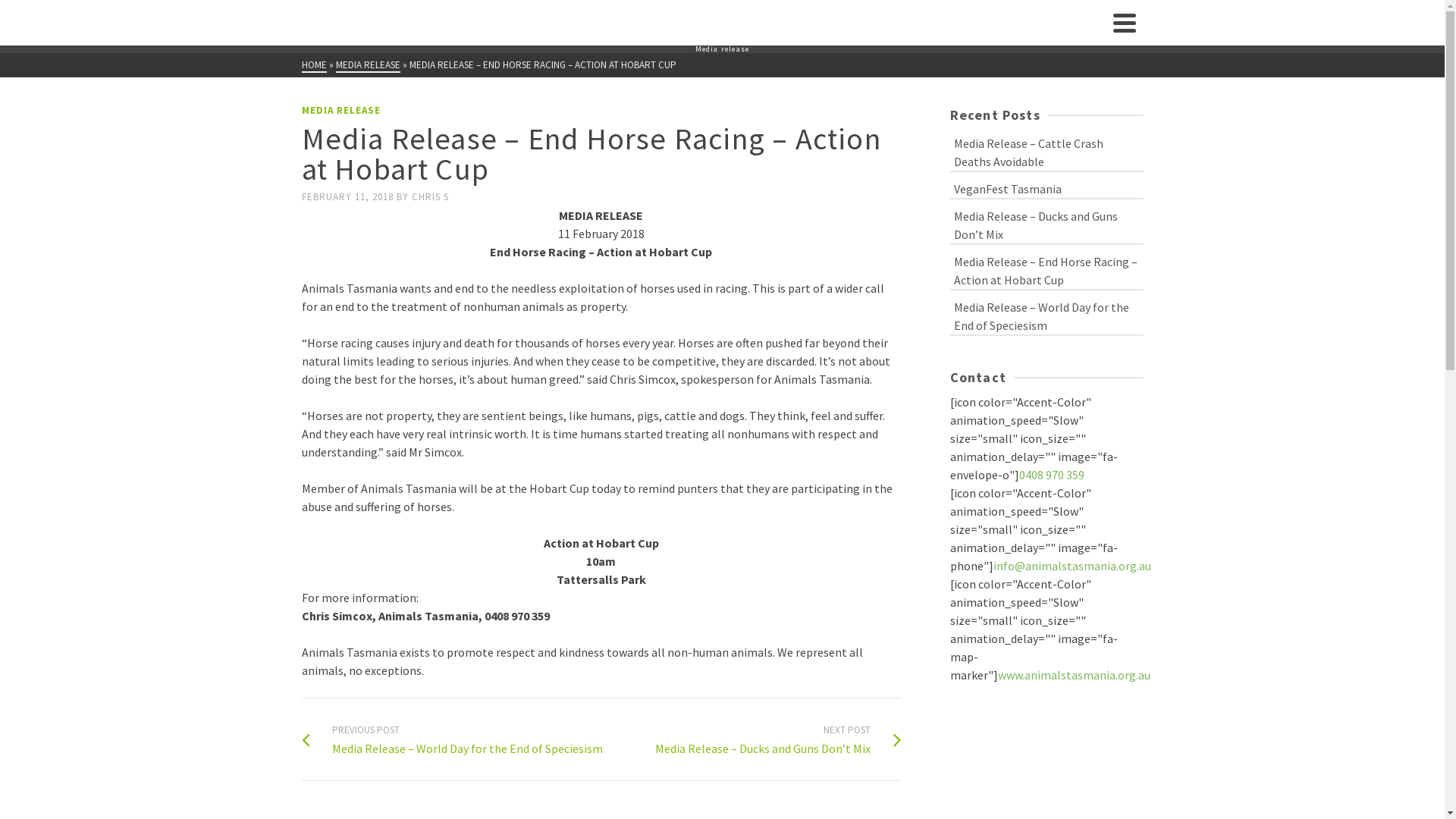  I want to click on 'VeganFest Tasmania', so click(1045, 187).